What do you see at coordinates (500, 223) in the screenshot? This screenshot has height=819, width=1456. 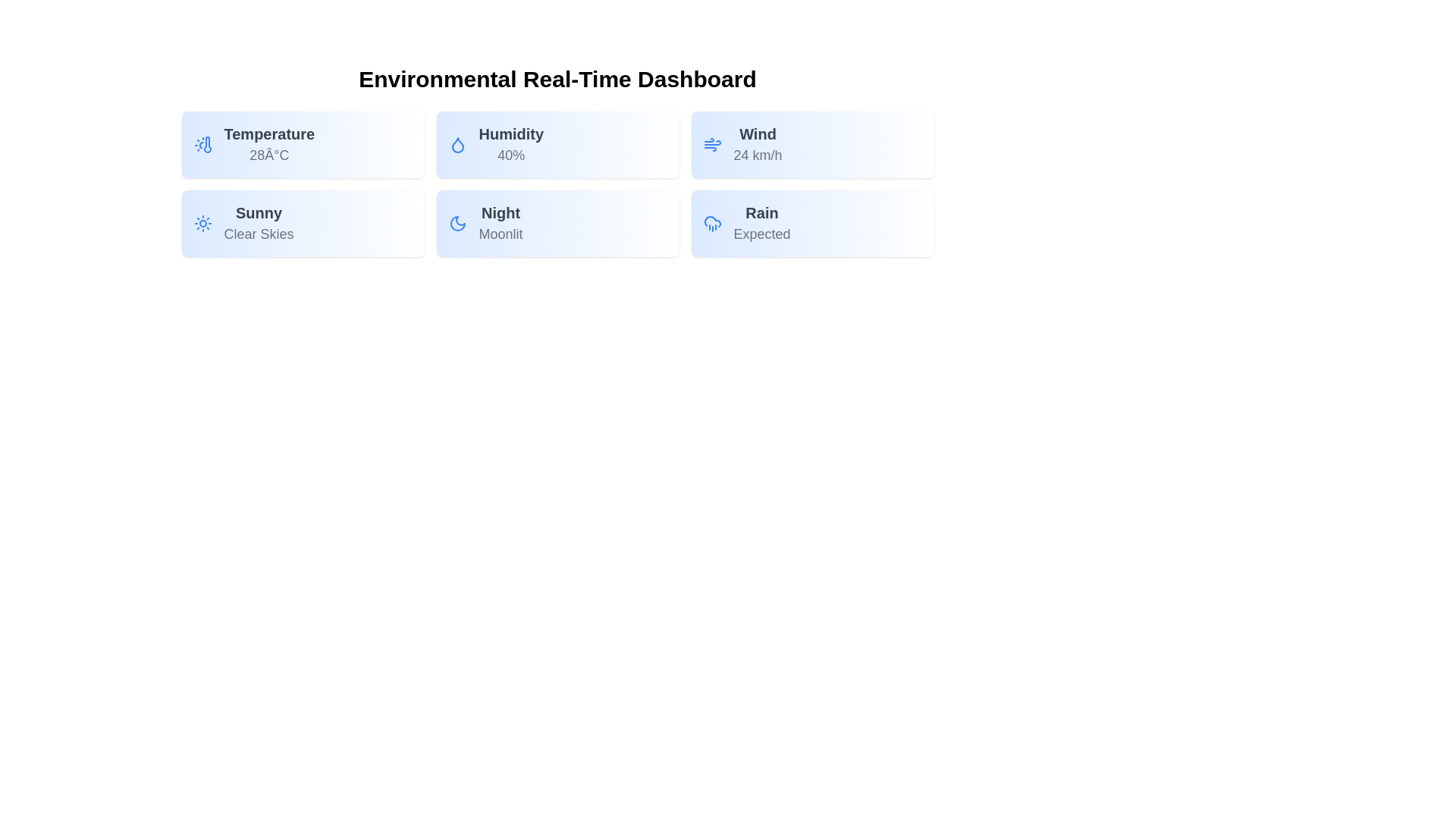 I see `the Text label displaying 'Night' and 'Moonlit', located in the second row and third column of the card layout under the moon icon` at bounding box center [500, 223].